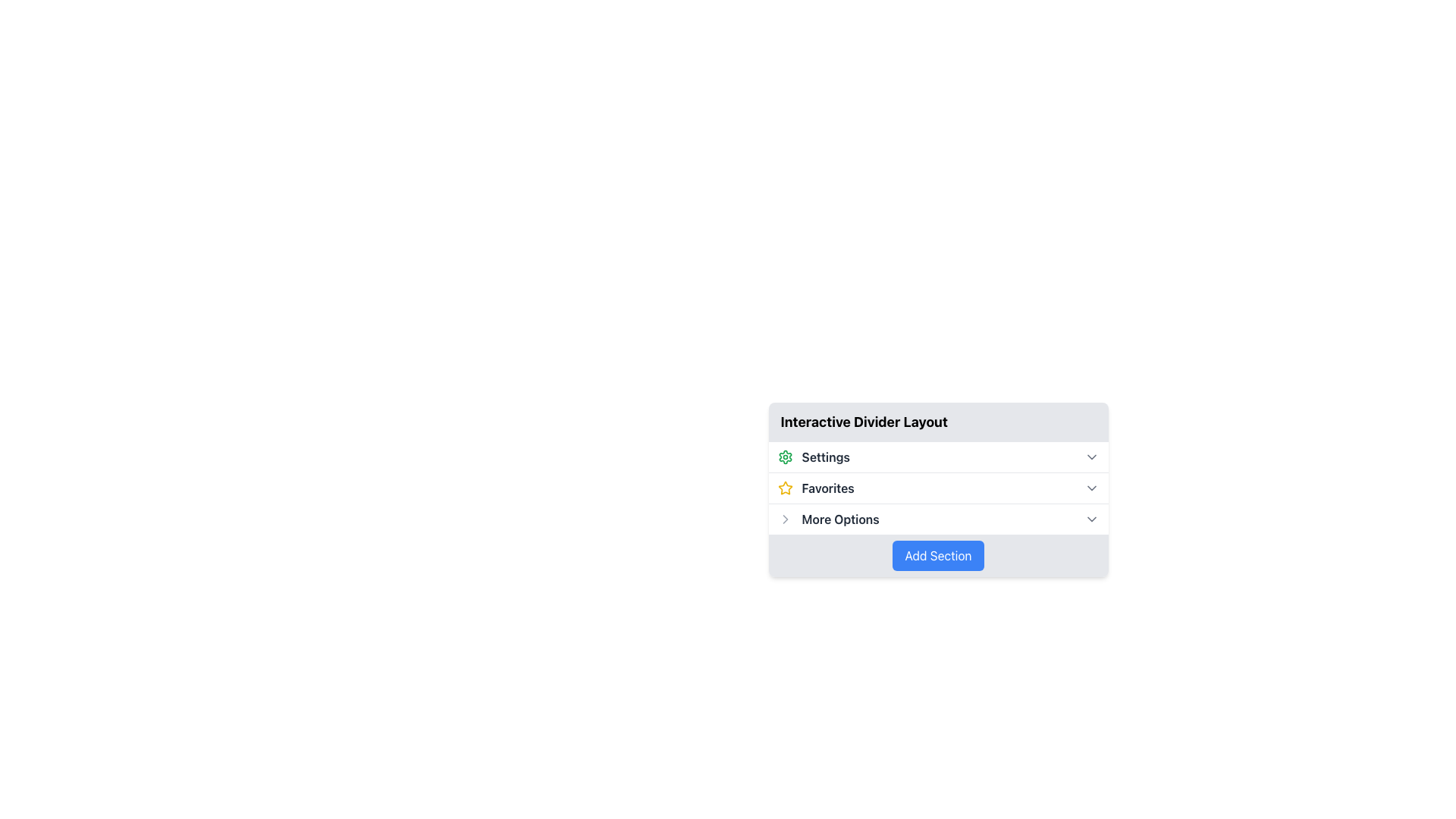  Describe the element at coordinates (785, 488) in the screenshot. I see `the appearance of the yellow star-shaped icon located to the left of the 'Favorites' label in the middle section of the menu` at that location.